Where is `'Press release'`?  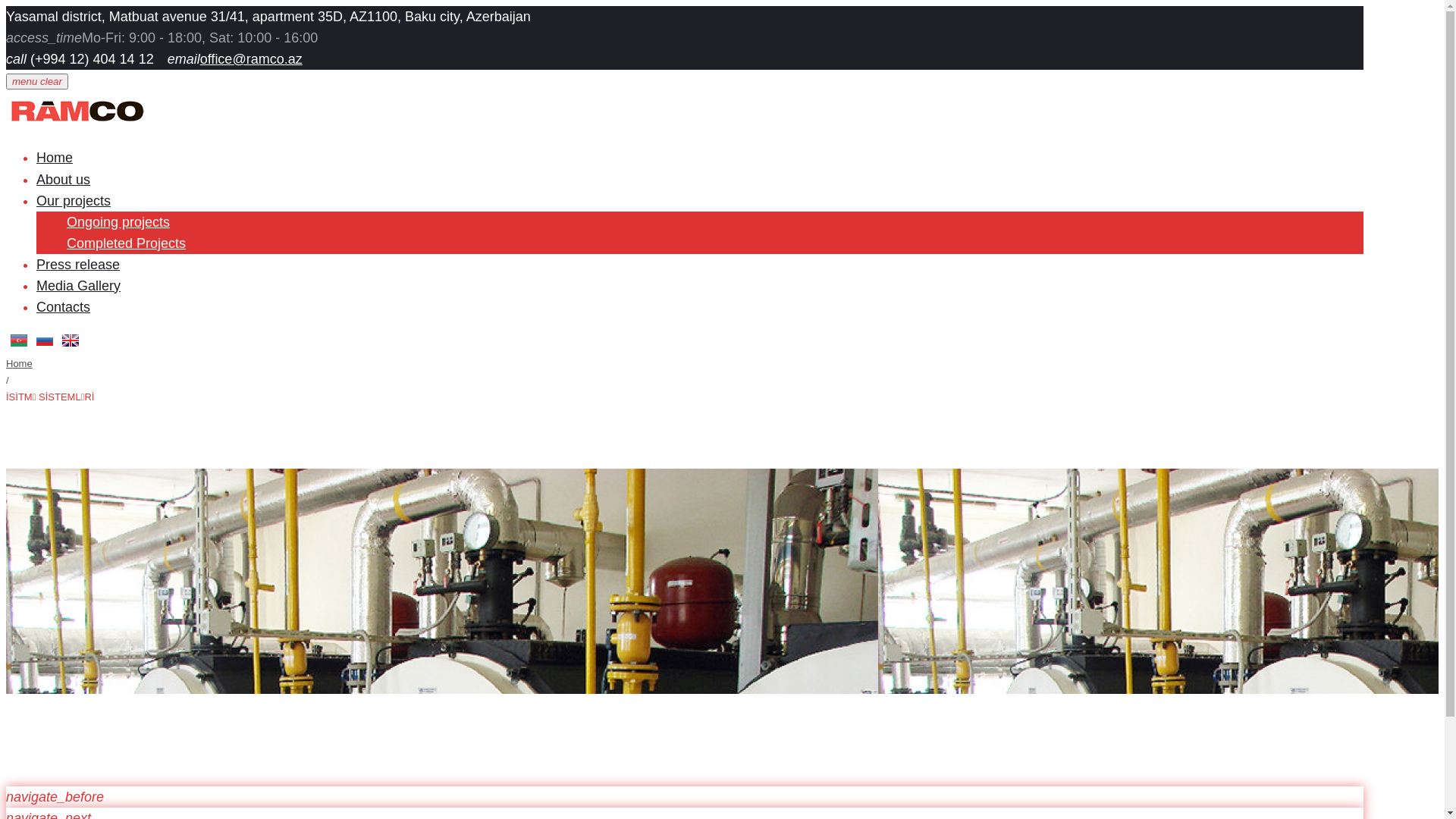
'Press release' is located at coordinates (77, 263).